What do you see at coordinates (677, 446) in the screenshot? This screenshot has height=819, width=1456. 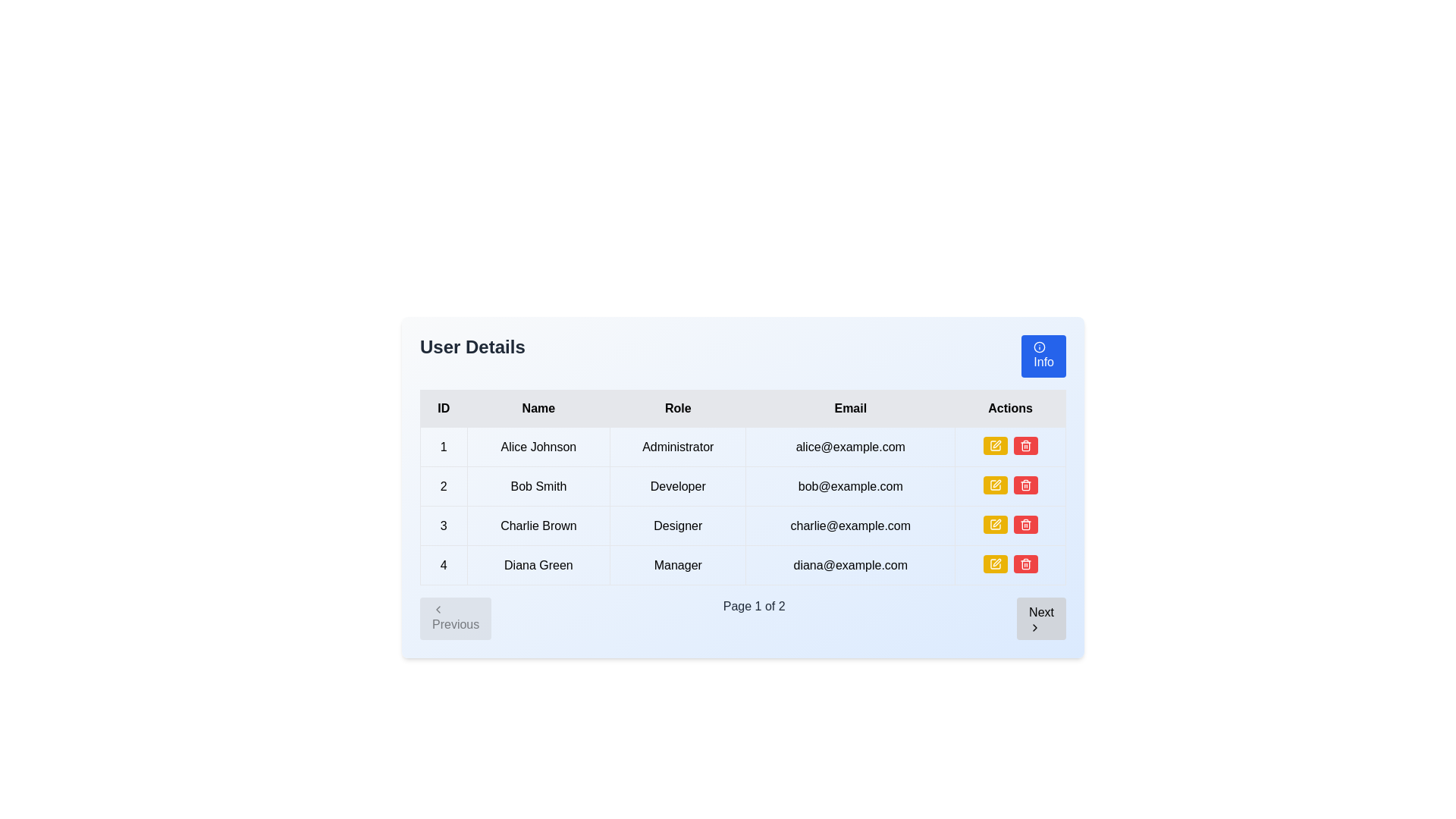 I see `the static text label indicating the role of user 'Alice Johnson' in the table, located in the third column of the first row under the header 'Role'` at bounding box center [677, 446].